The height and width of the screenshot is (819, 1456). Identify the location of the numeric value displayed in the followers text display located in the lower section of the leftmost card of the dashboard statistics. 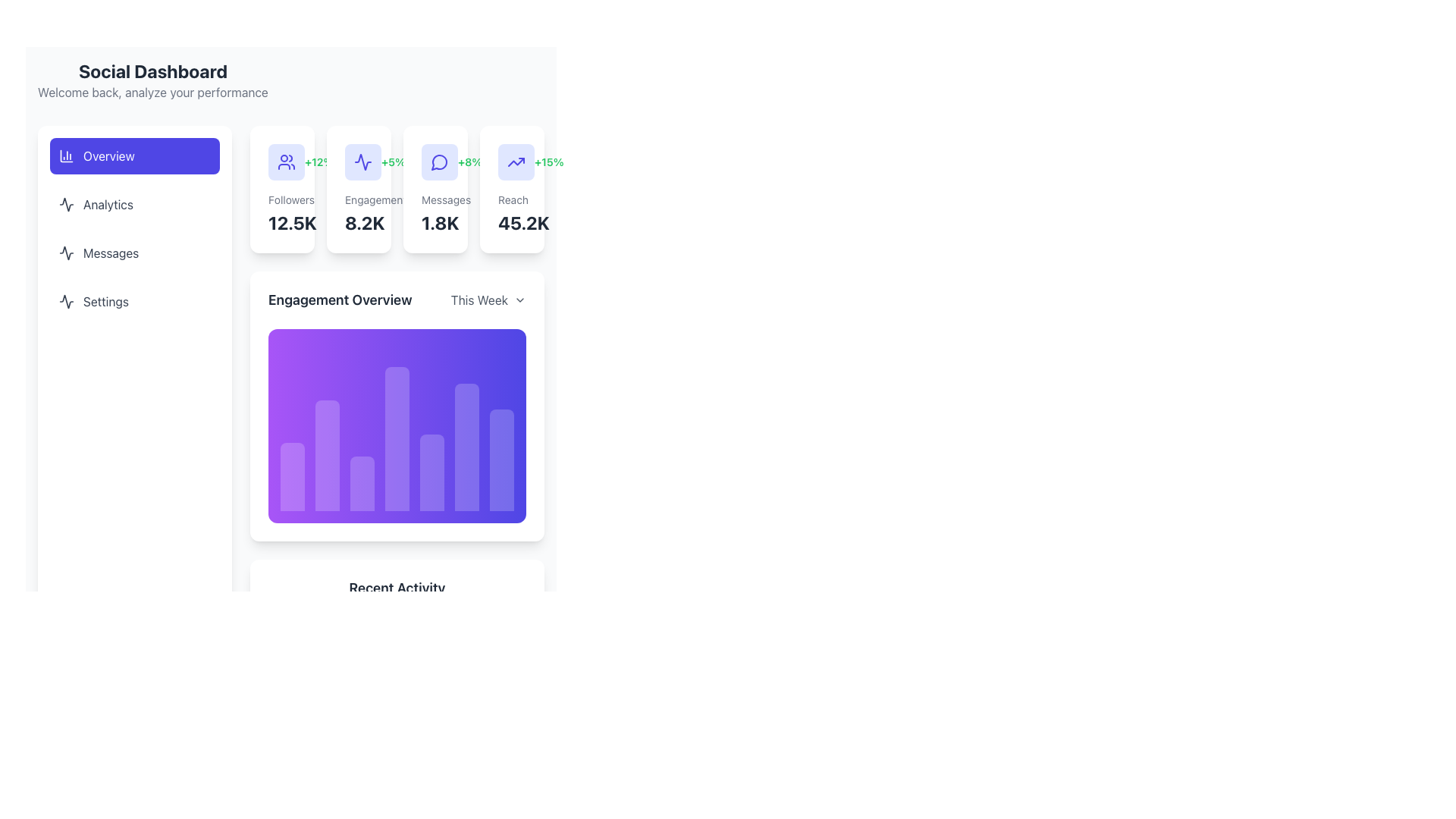
(282, 222).